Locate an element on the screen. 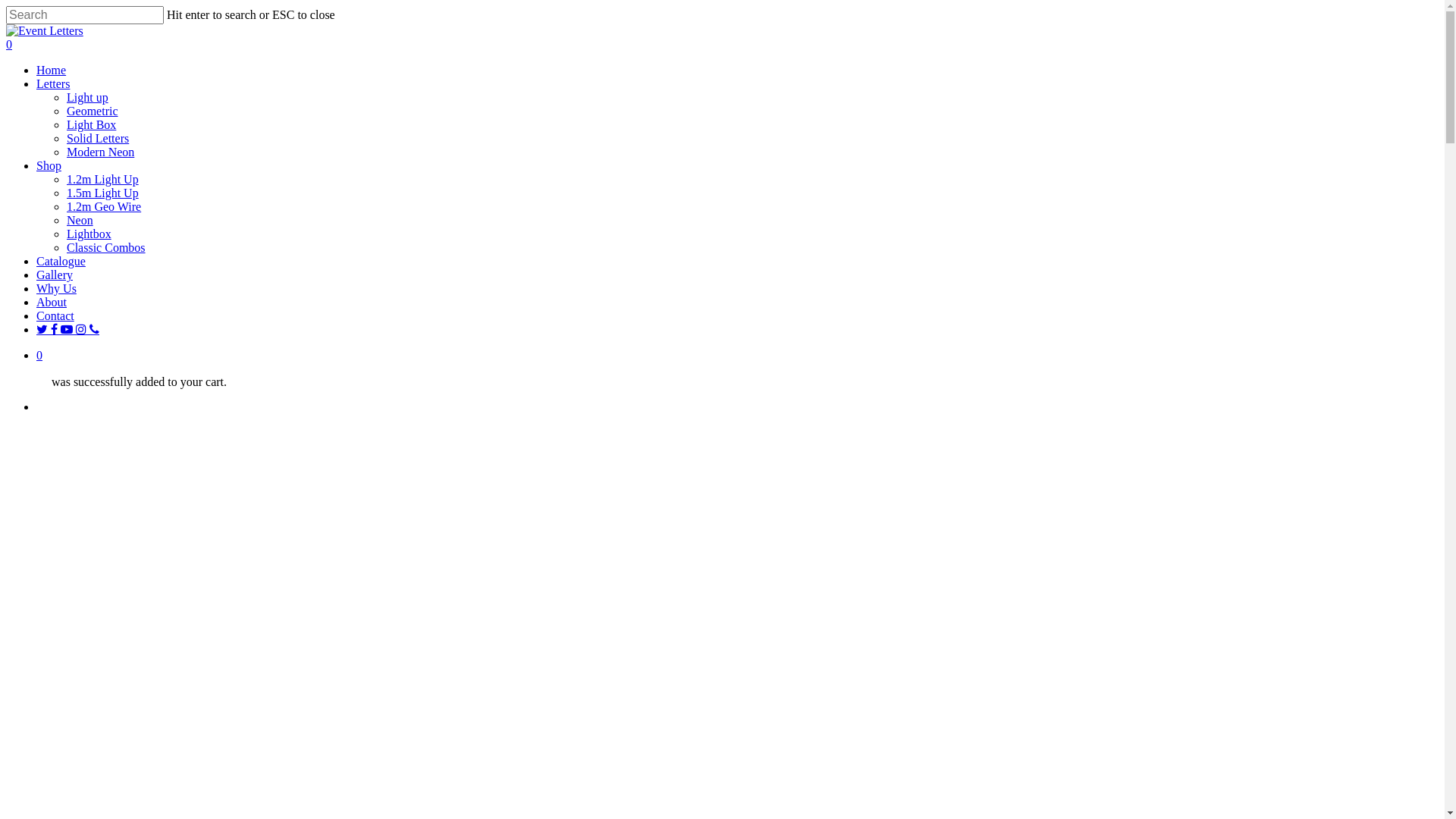  'Modern Neon' is located at coordinates (65, 152).